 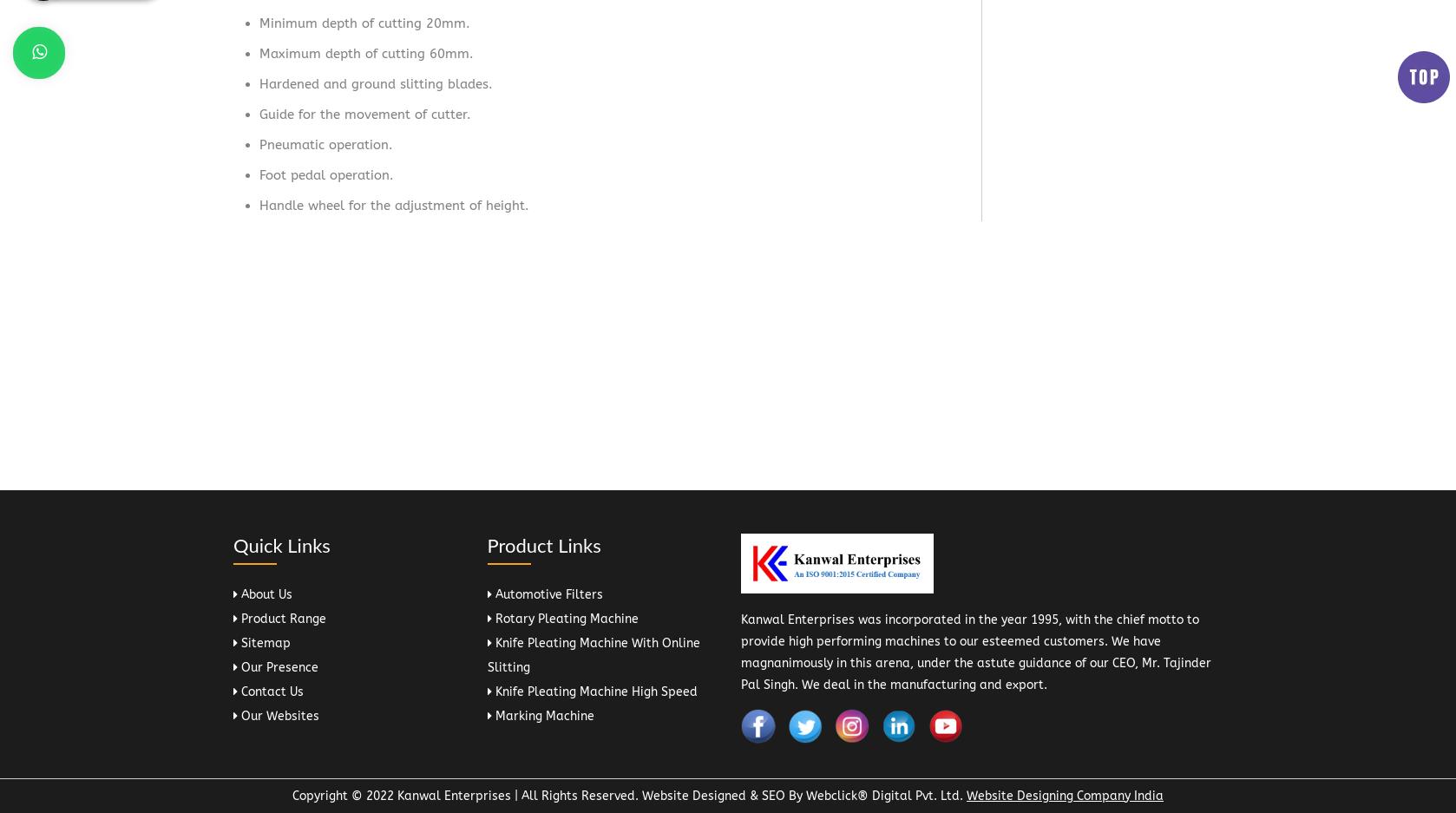 What do you see at coordinates (279, 714) in the screenshot?
I see `'Our Websites'` at bounding box center [279, 714].